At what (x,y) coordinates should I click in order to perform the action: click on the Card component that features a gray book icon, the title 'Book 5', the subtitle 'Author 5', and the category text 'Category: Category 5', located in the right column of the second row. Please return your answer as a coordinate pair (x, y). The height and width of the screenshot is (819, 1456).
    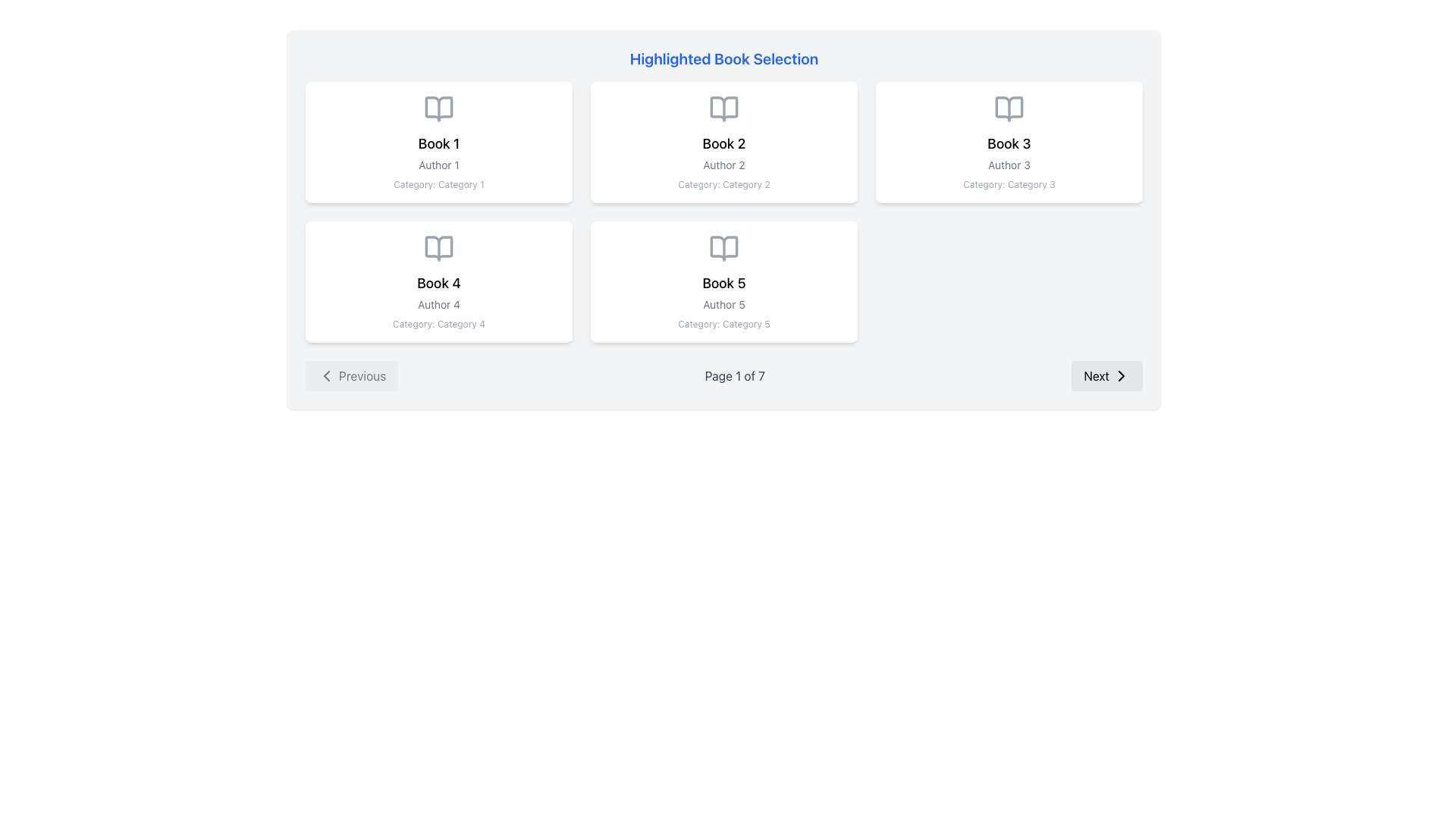
    Looking at the image, I should click on (723, 281).